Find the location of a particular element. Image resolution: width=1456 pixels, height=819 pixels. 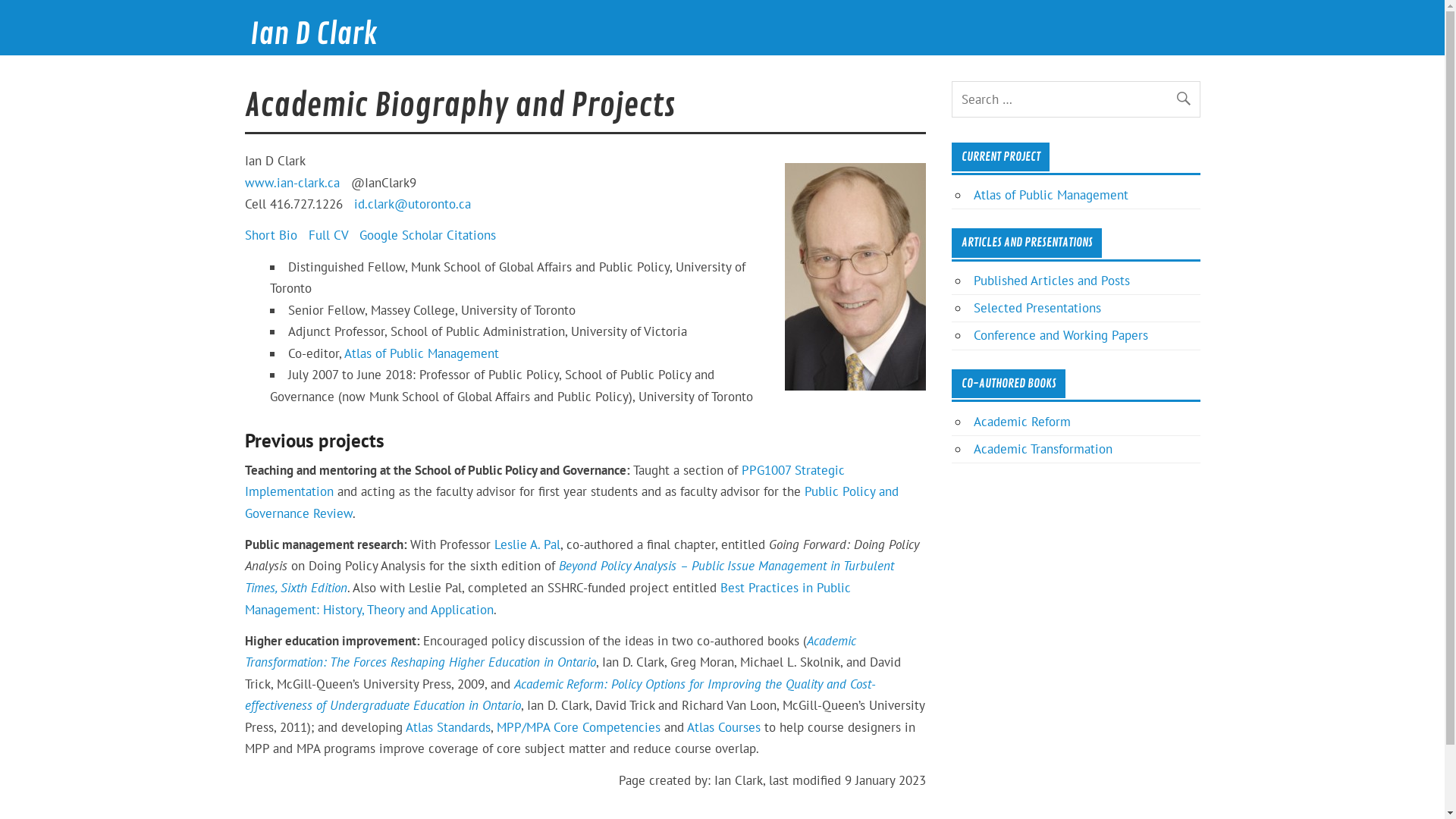

'Conference and Working Papers' is located at coordinates (1059, 334).